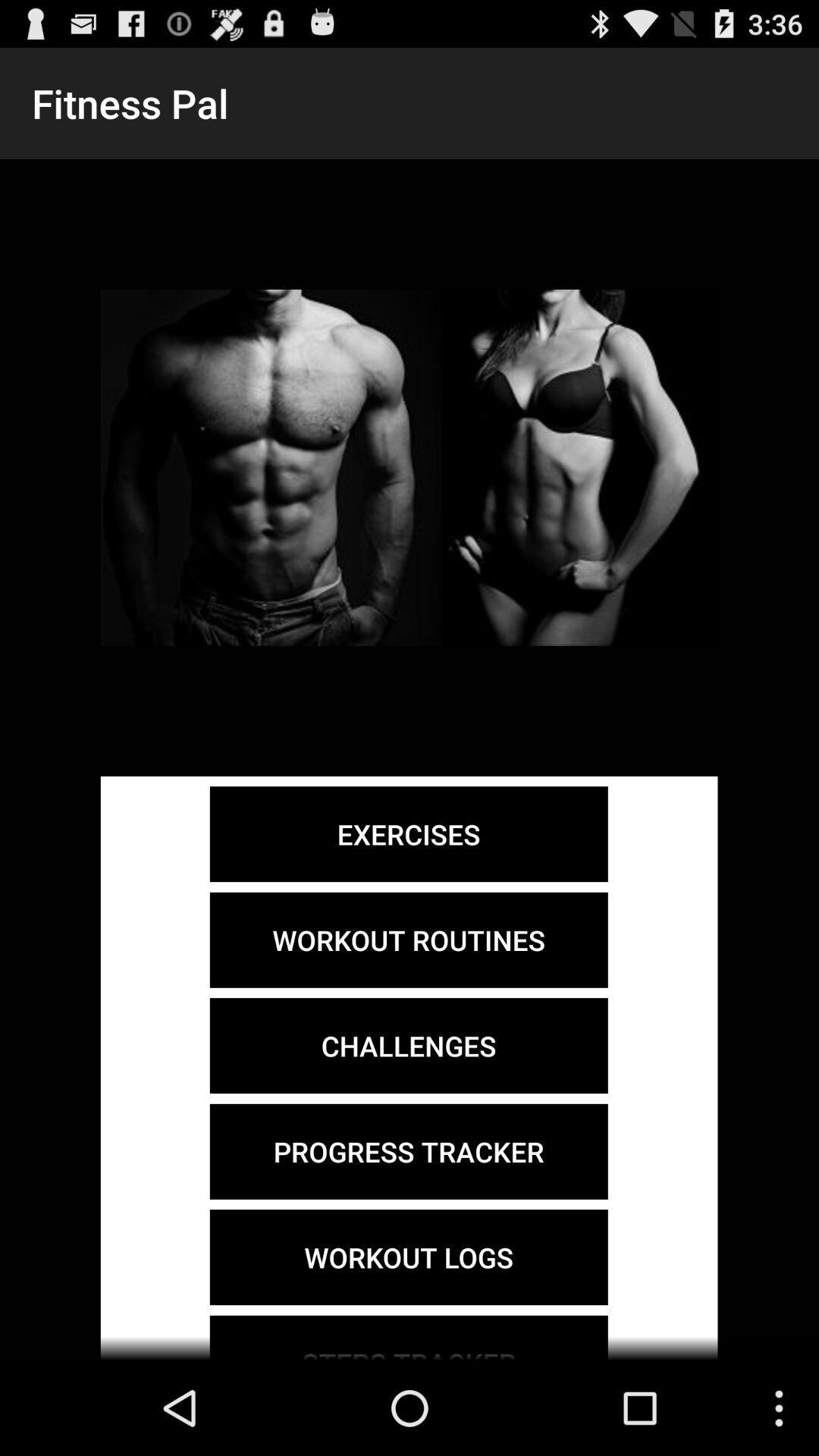  Describe the element at coordinates (408, 1257) in the screenshot. I see `icon below the progress tracker item` at that location.